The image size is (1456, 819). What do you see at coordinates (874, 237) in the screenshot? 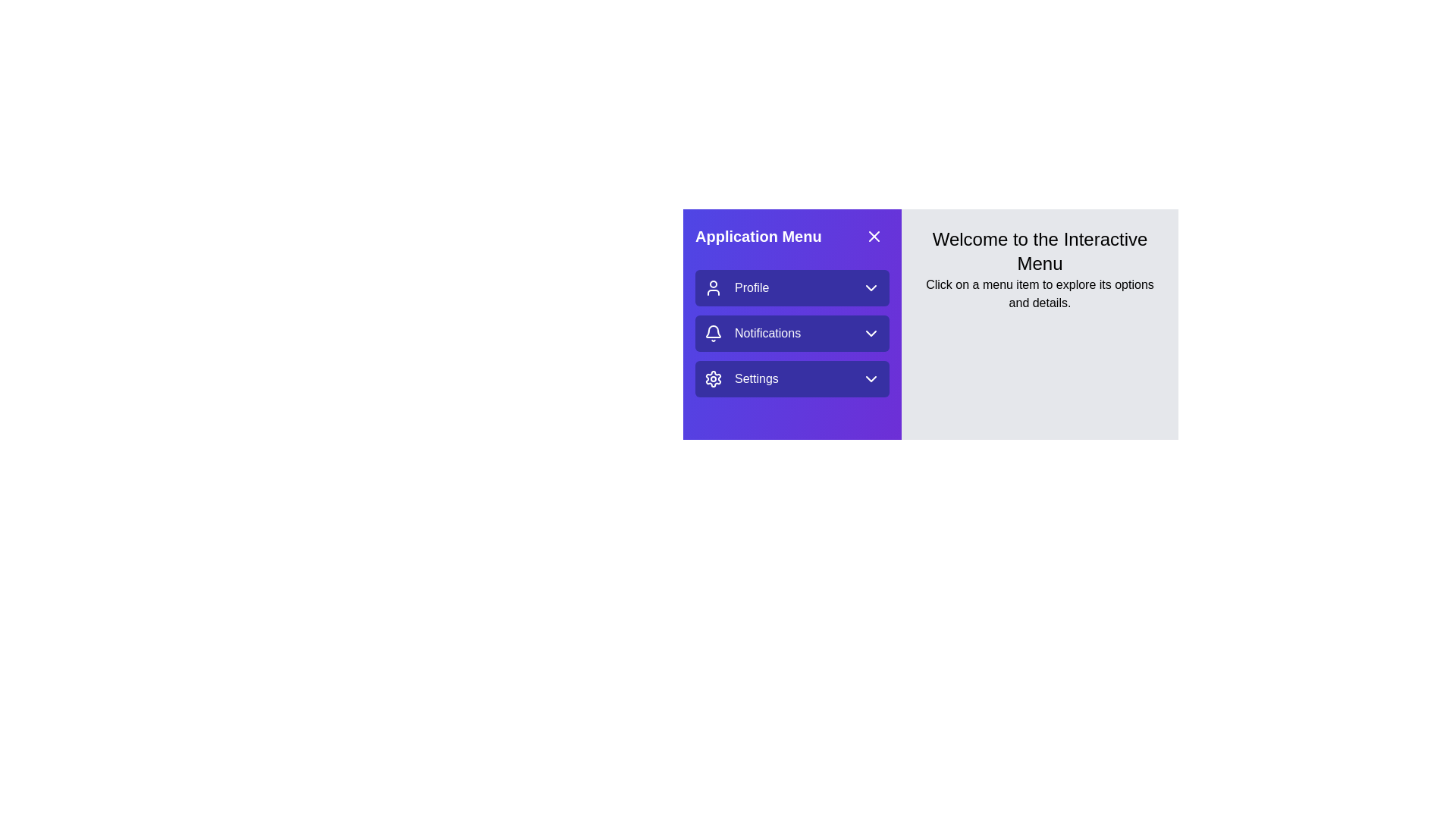
I see `the close icon button located at the top-right corner of the purple 'Application Menu' section to interact with it` at bounding box center [874, 237].